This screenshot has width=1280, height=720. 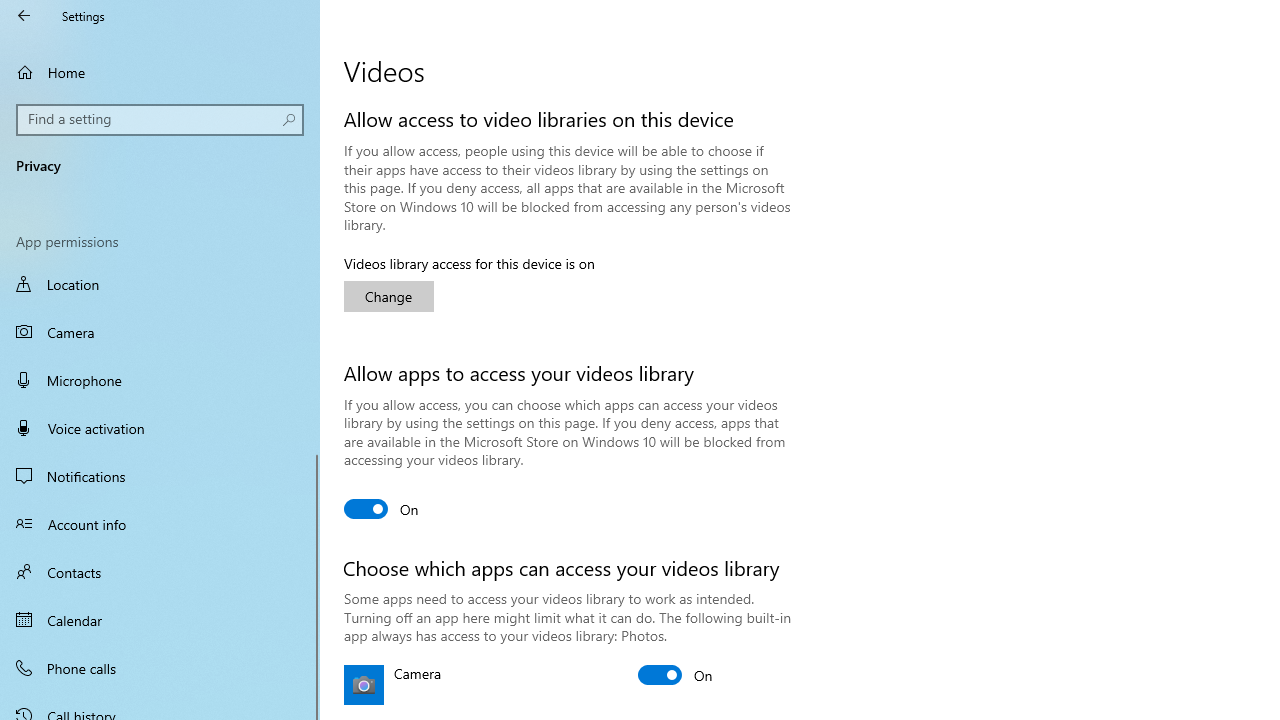 I want to click on 'Phone calls', so click(x=160, y=667).